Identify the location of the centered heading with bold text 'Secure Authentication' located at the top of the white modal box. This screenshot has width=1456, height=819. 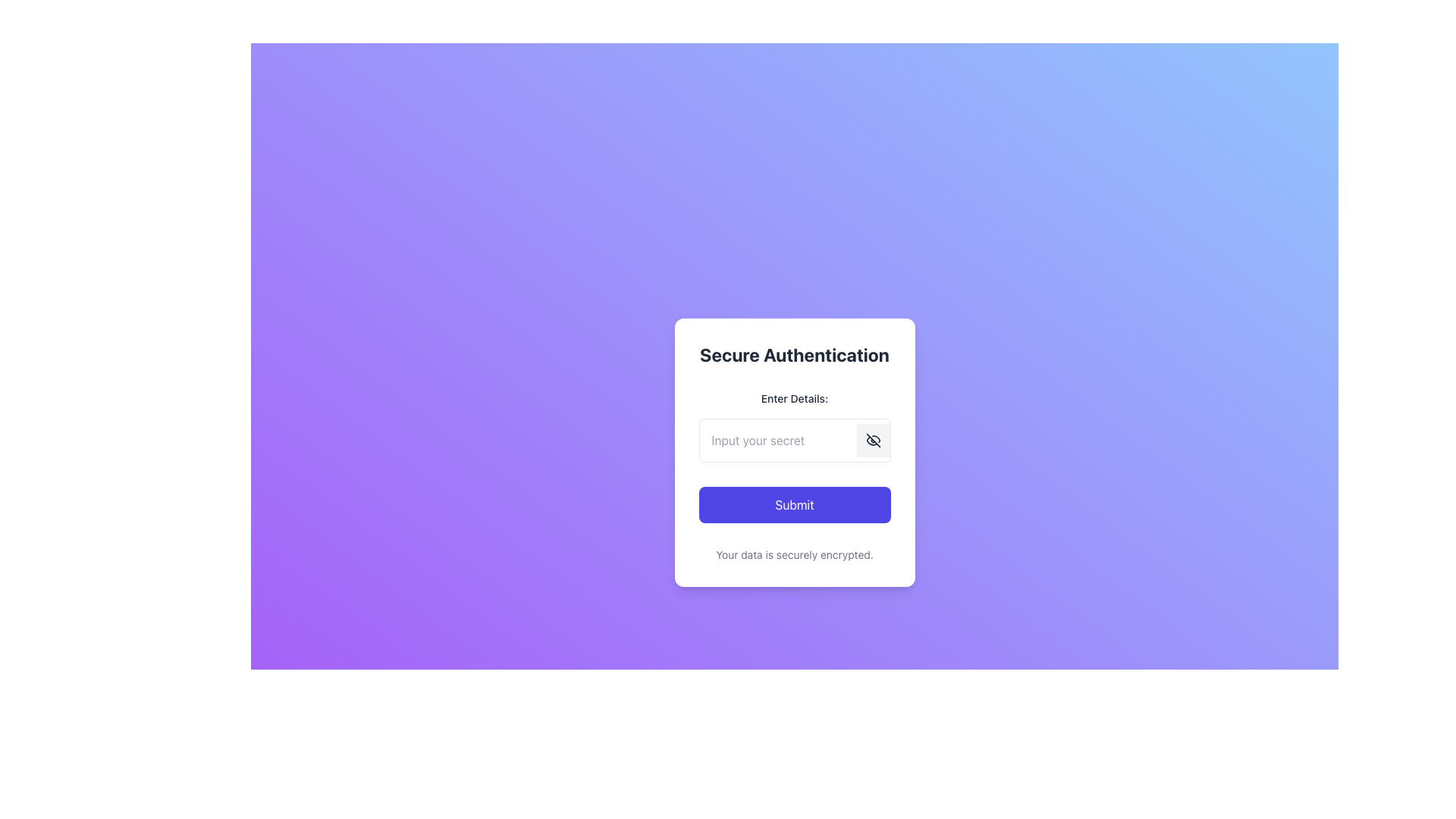
(793, 354).